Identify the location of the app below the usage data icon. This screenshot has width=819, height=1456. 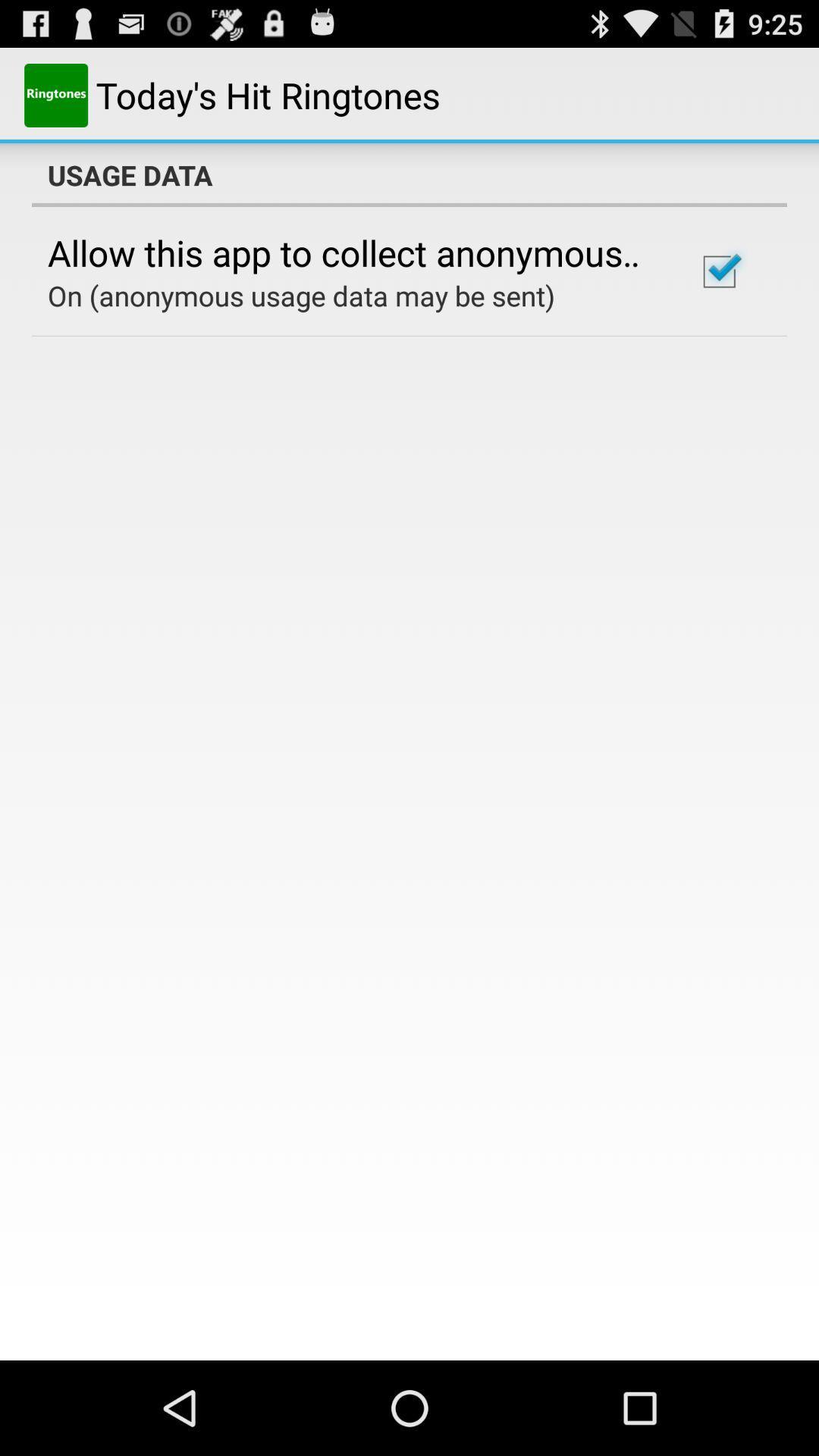
(351, 253).